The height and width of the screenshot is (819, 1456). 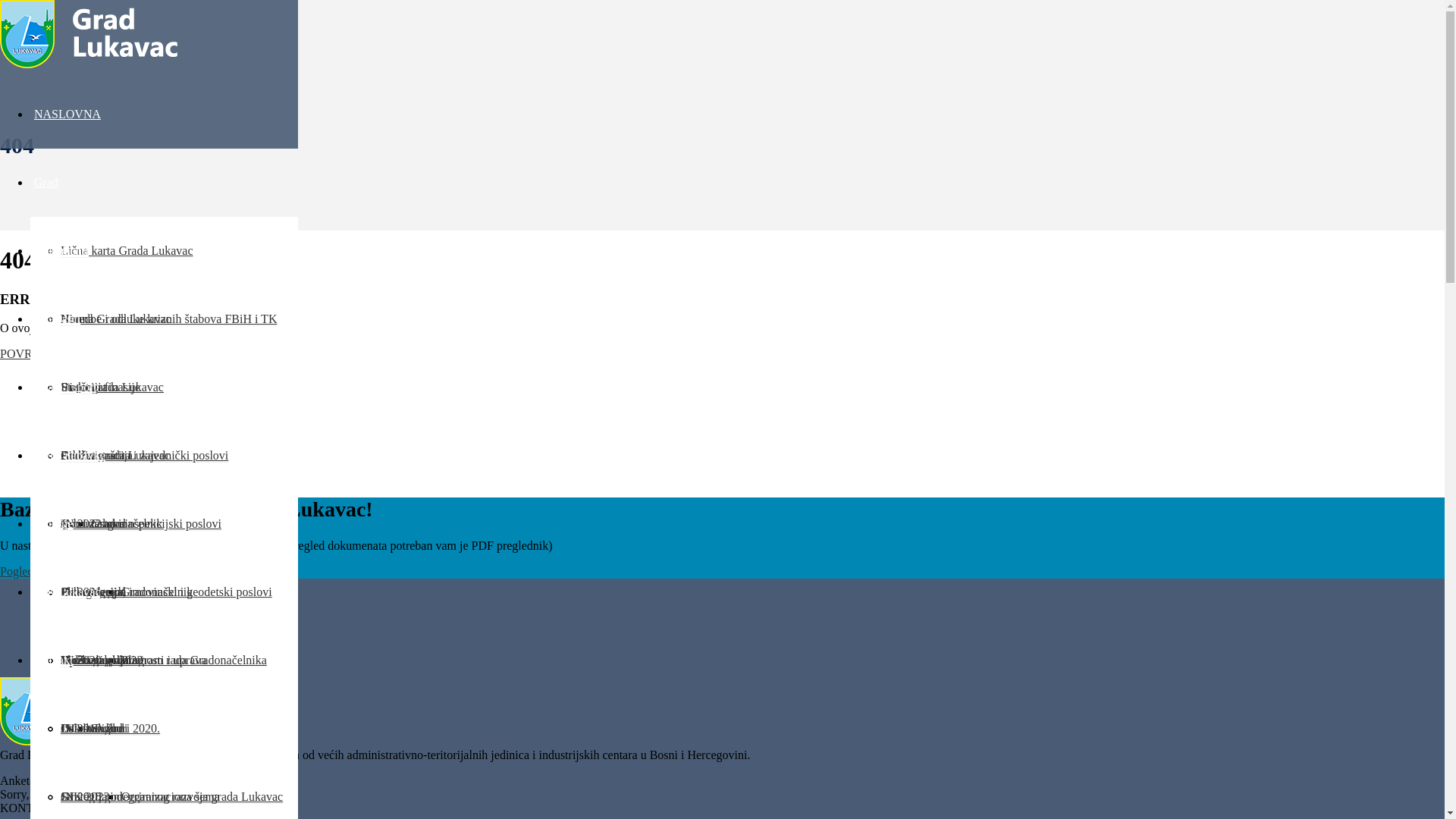 What do you see at coordinates (111, 386) in the screenshot?
I see `'Statut grada Lukavac'` at bounding box center [111, 386].